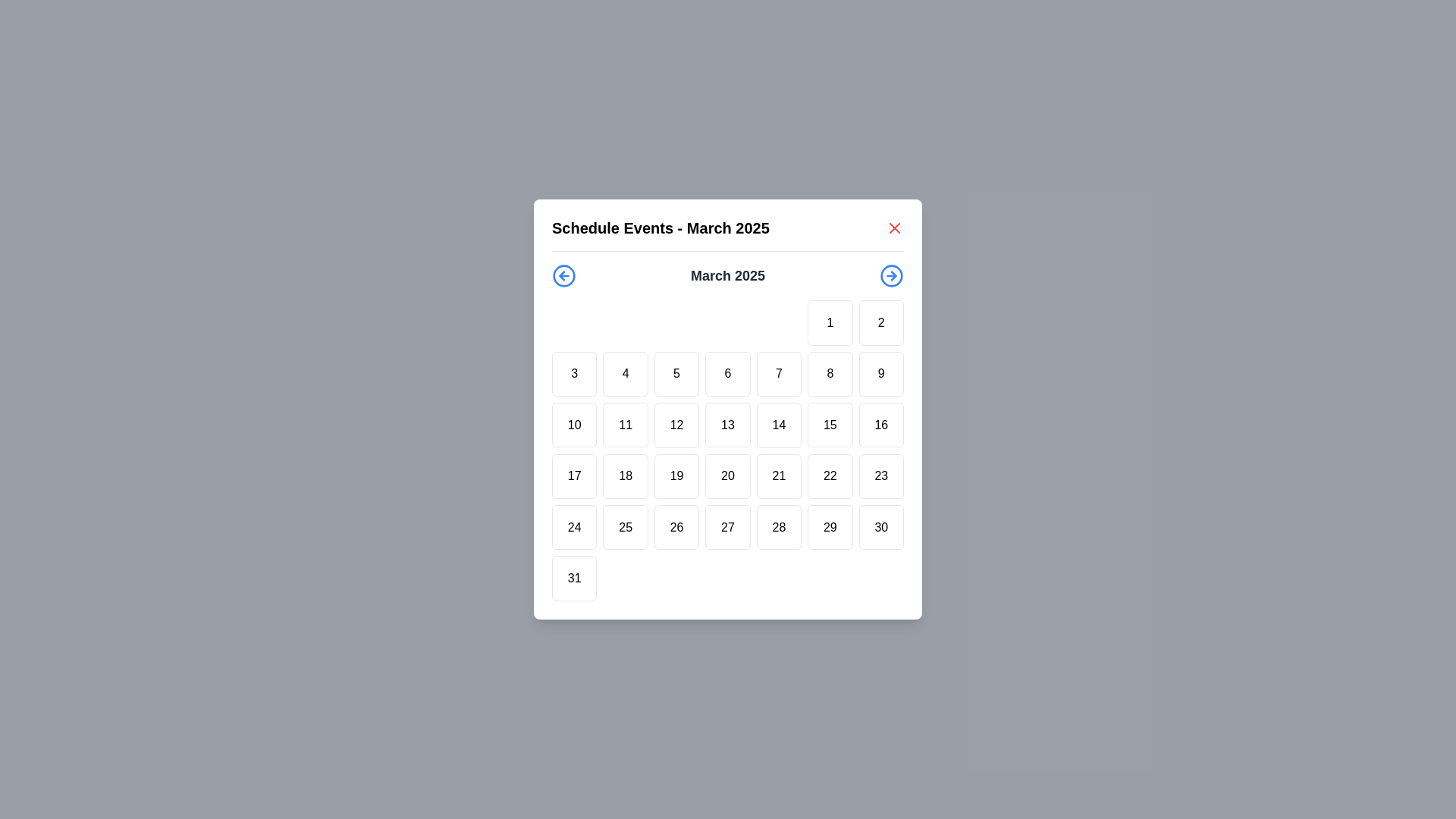  I want to click on the button styled as a calendar day entry, which contains the number '19', located in the third row and fourth column of the calendar grid, so click(676, 475).